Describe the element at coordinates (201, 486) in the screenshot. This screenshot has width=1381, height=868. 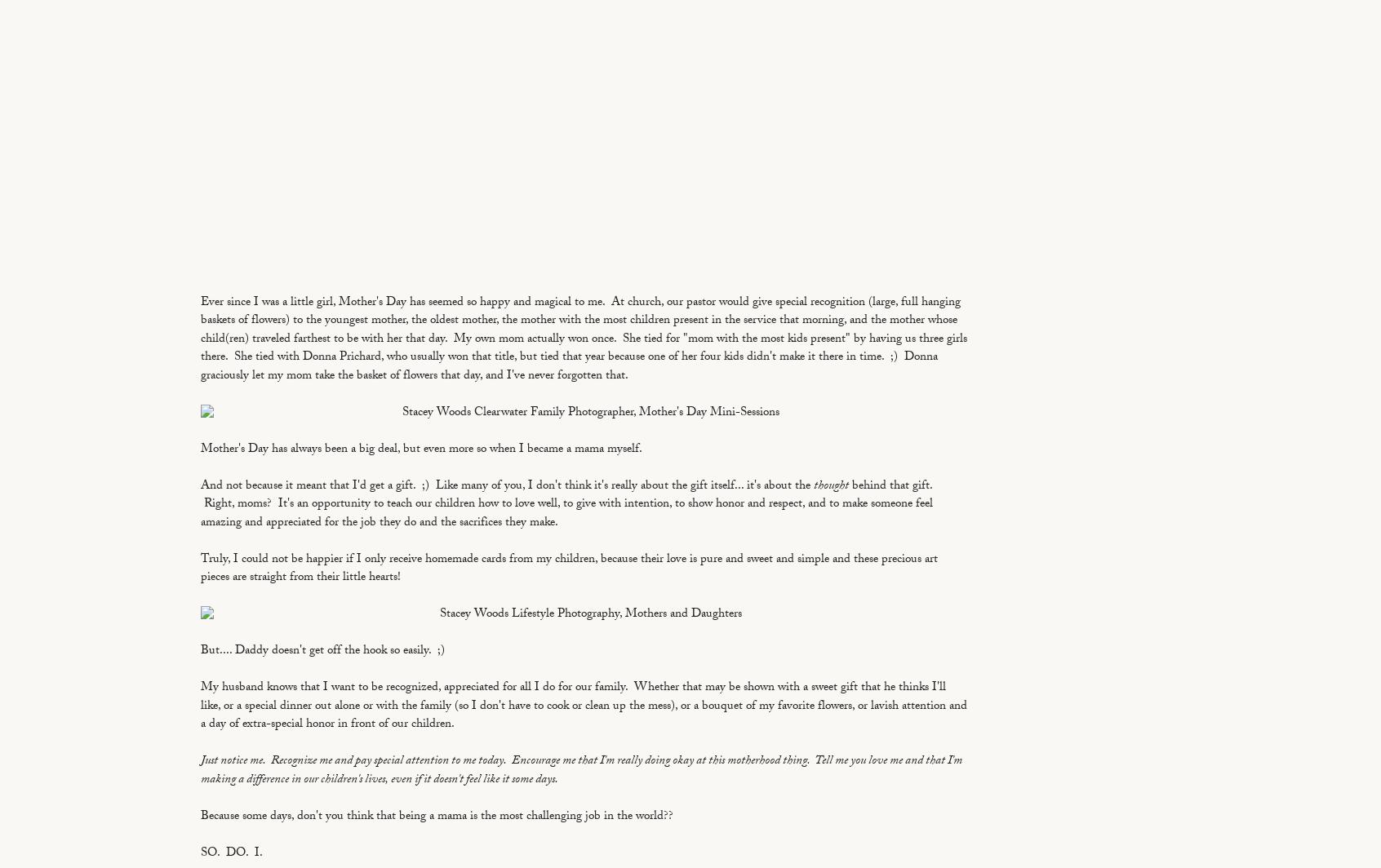
I see `'And not because it meant that I'd get a gift.  ;)  Like many of you, I don't think it's really about the gift itself... it's about the'` at that location.